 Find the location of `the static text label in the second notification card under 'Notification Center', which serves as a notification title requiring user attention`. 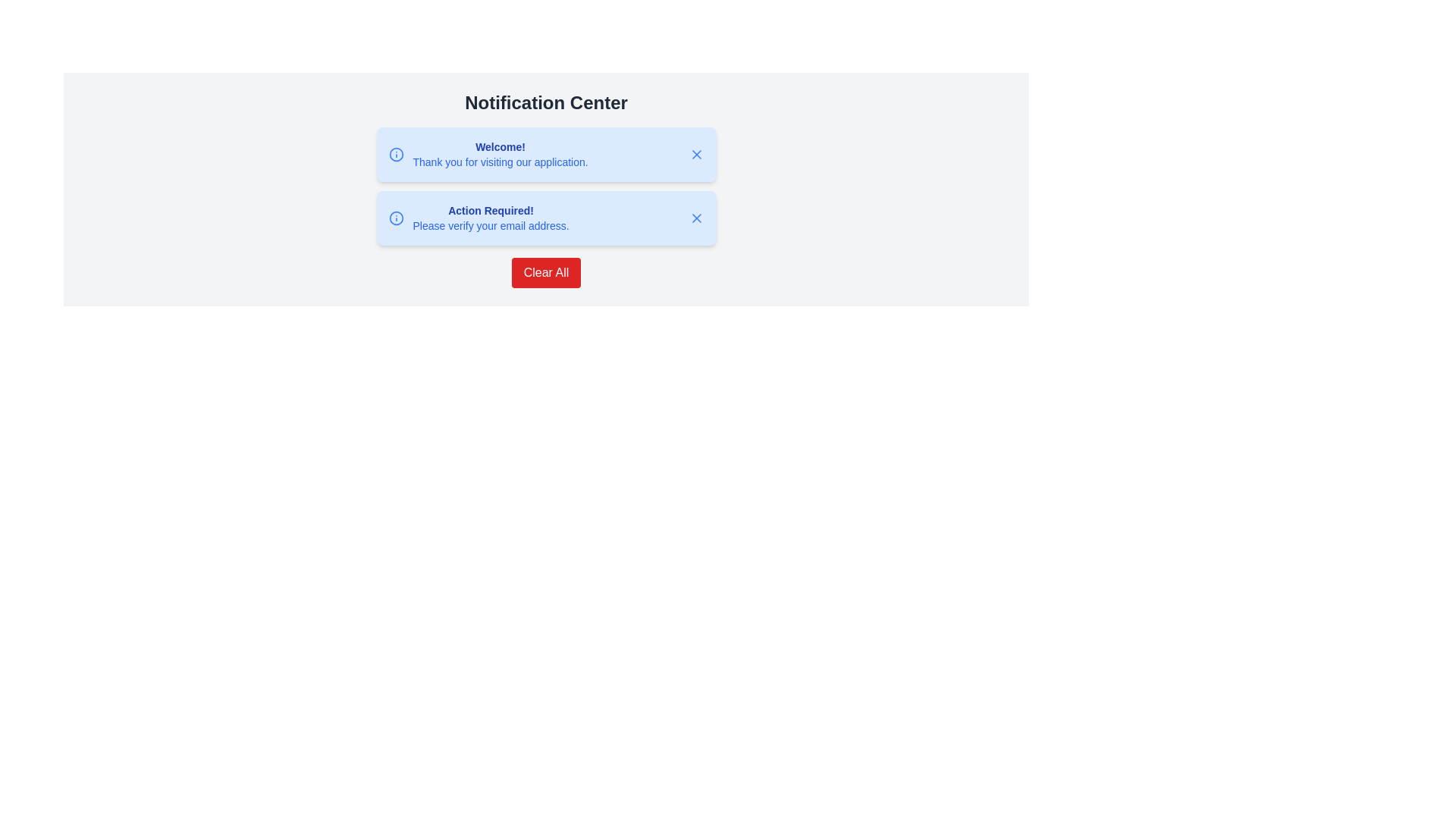

the static text label in the second notification card under 'Notification Center', which serves as a notification title requiring user attention is located at coordinates (491, 210).